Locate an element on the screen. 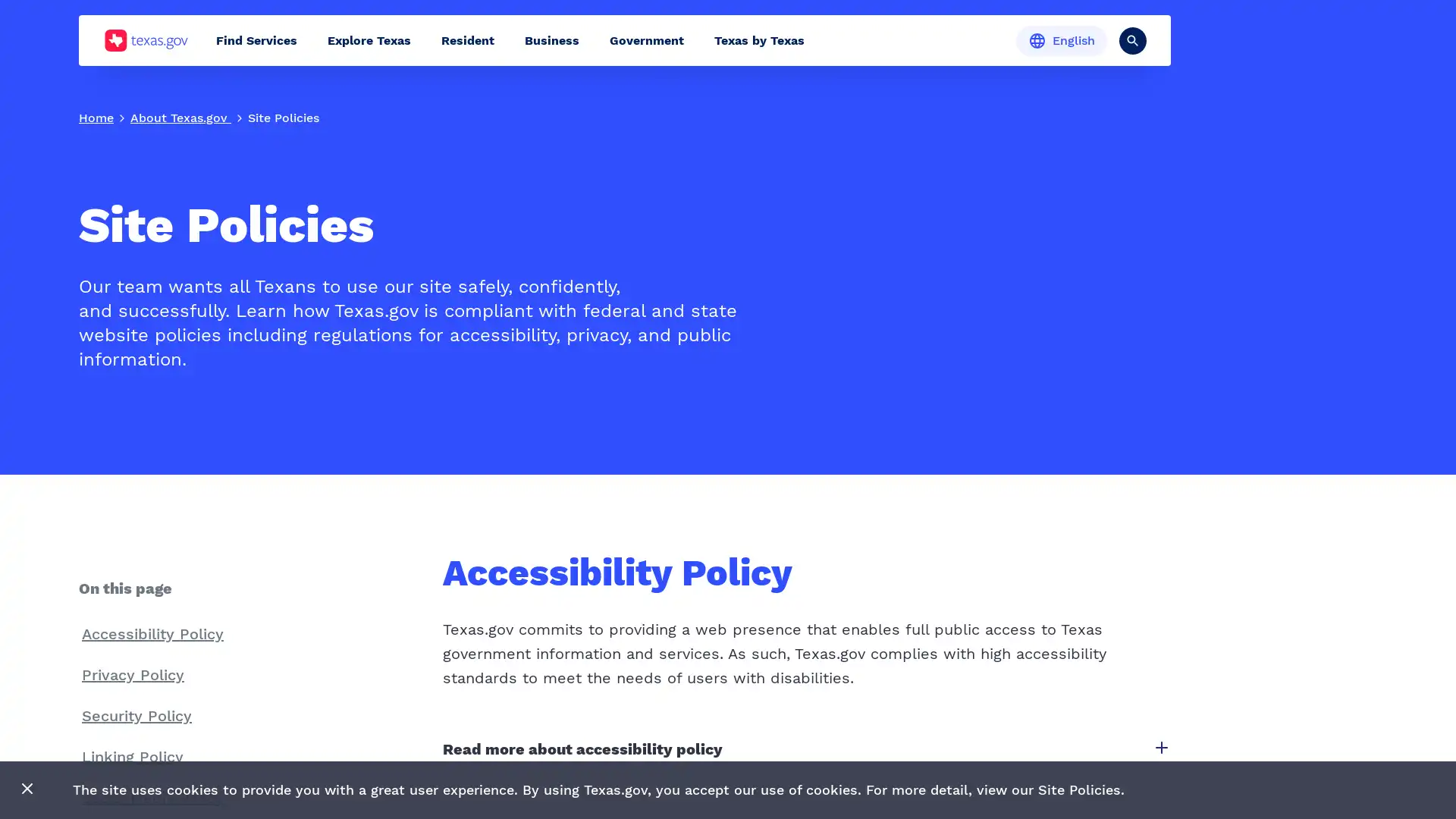 The height and width of the screenshot is (819, 1456). Business is located at coordinates (551, 39).